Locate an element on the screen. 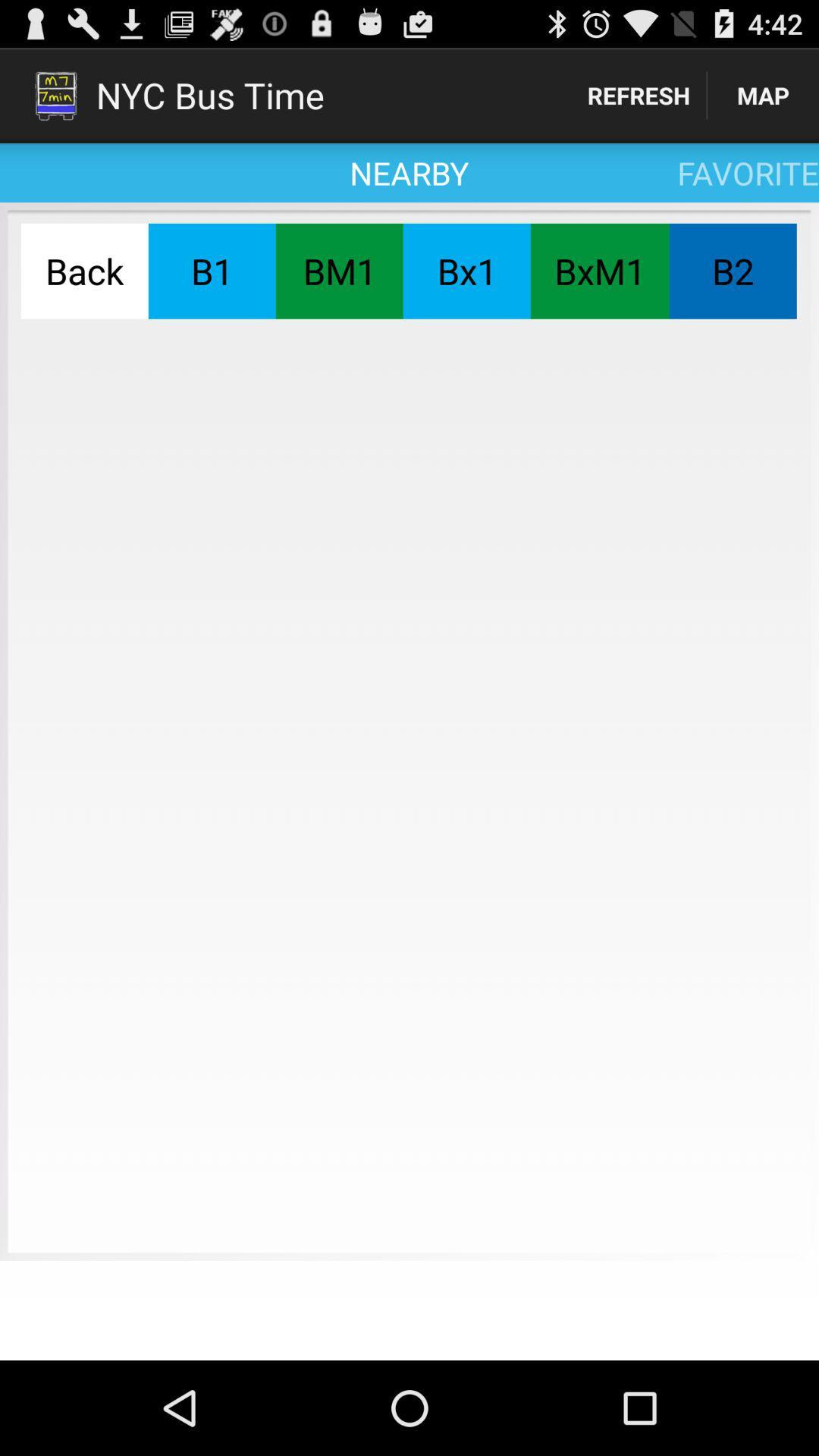  the item to the right of the bxm1 item is located at coordinates (732, 271).